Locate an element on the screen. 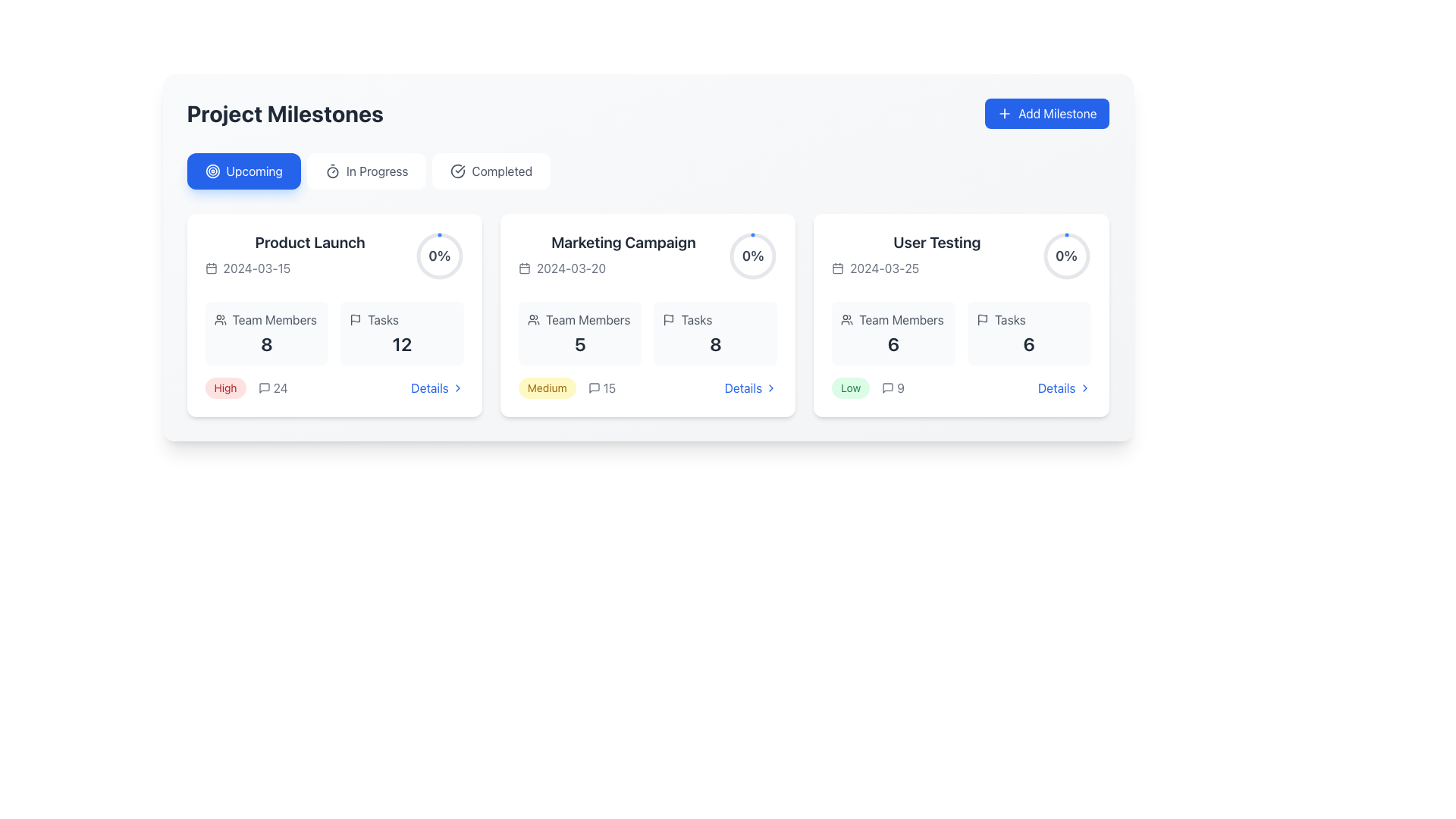 The width and height of the screenshot is (1456, 819). the target-shaped icon with concentric circles, styled with a blue background and white circles, located to the left of the text 'Upcoming' is located at coordinates (212, 171).